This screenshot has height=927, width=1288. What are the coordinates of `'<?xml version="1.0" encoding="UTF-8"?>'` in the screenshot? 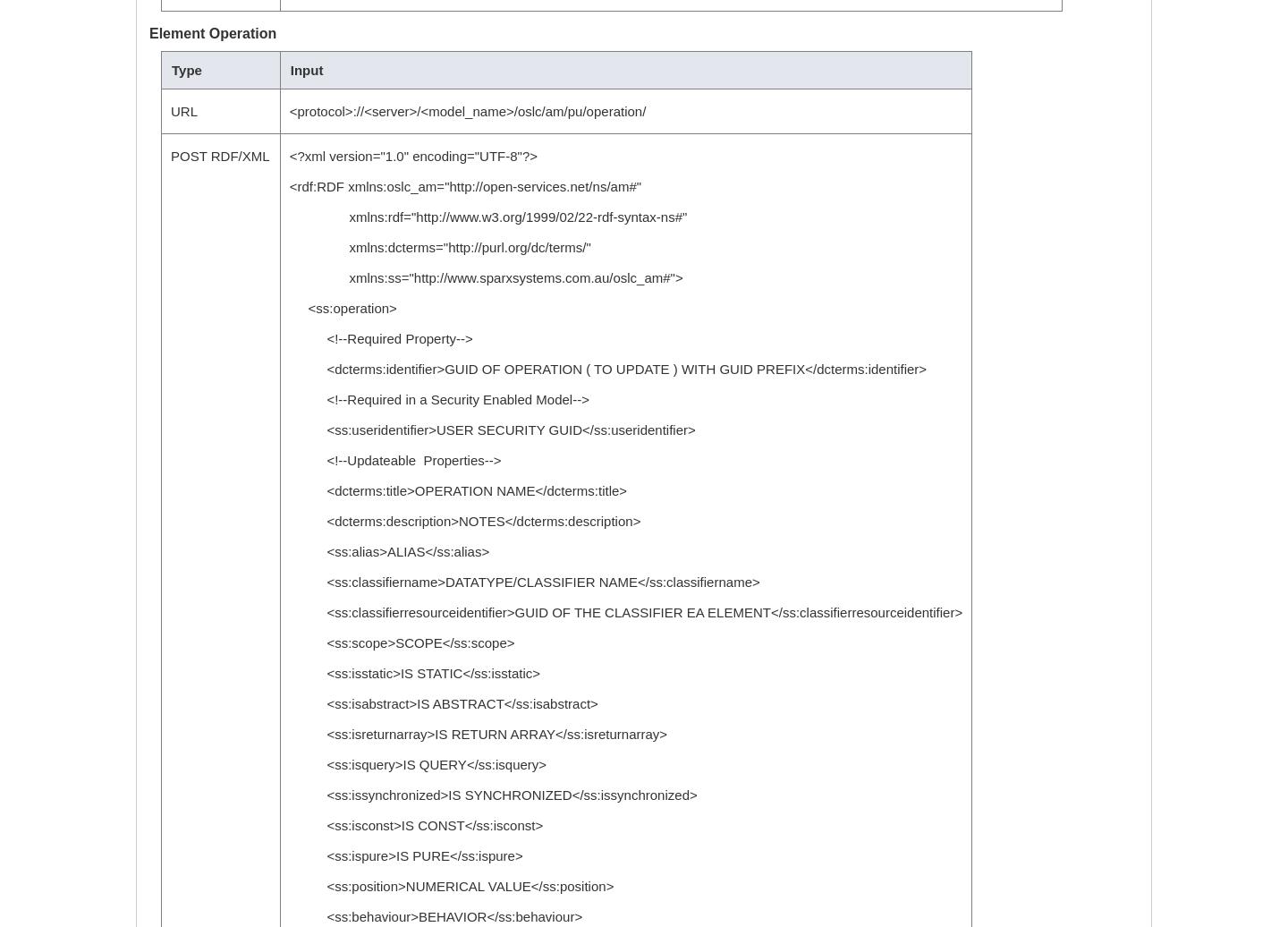 It's located at (412, 156).